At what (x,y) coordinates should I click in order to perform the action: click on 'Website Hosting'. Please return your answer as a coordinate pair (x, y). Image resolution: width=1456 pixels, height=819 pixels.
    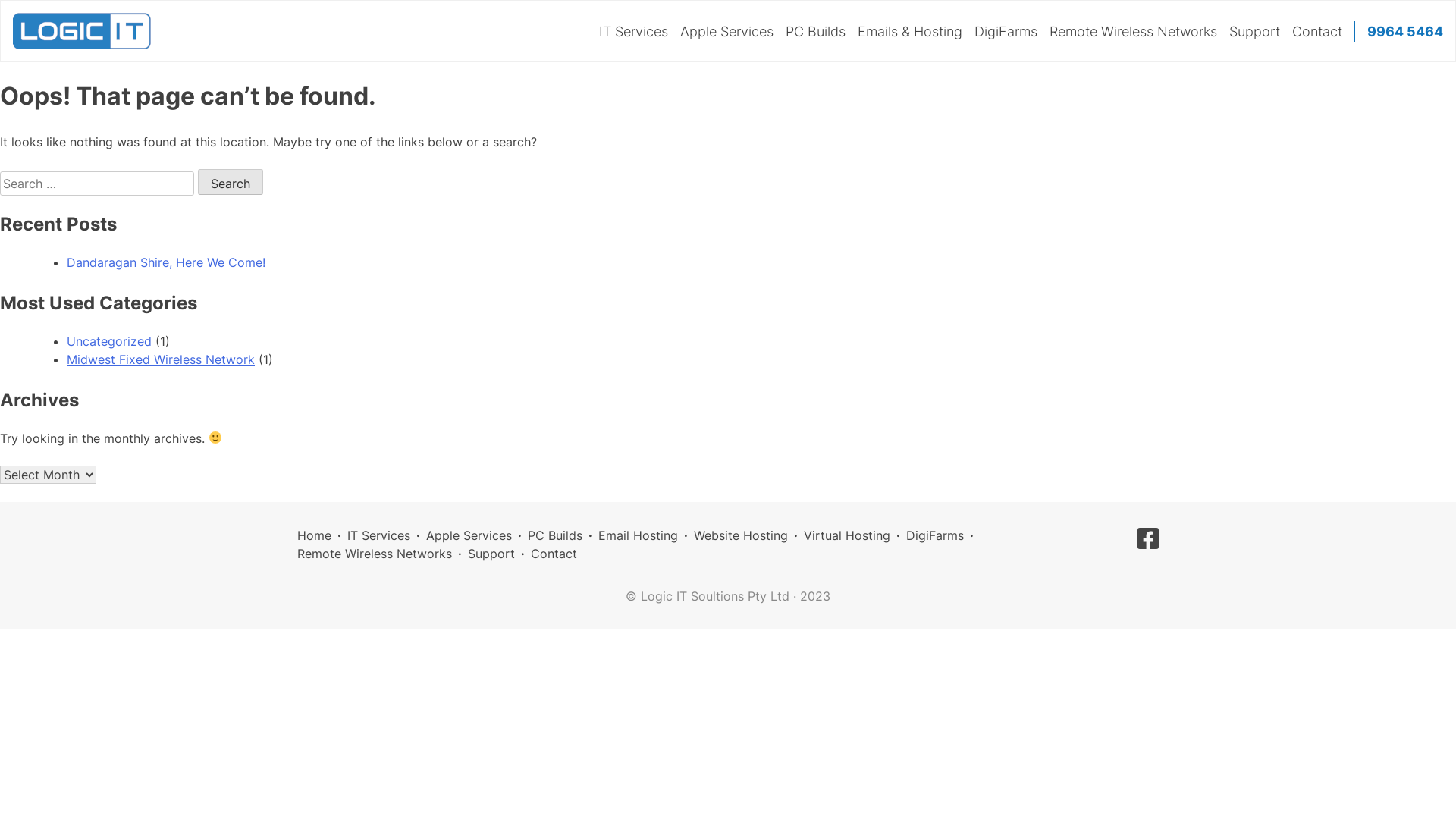
    Looking at the image, I should click on (741, 534).